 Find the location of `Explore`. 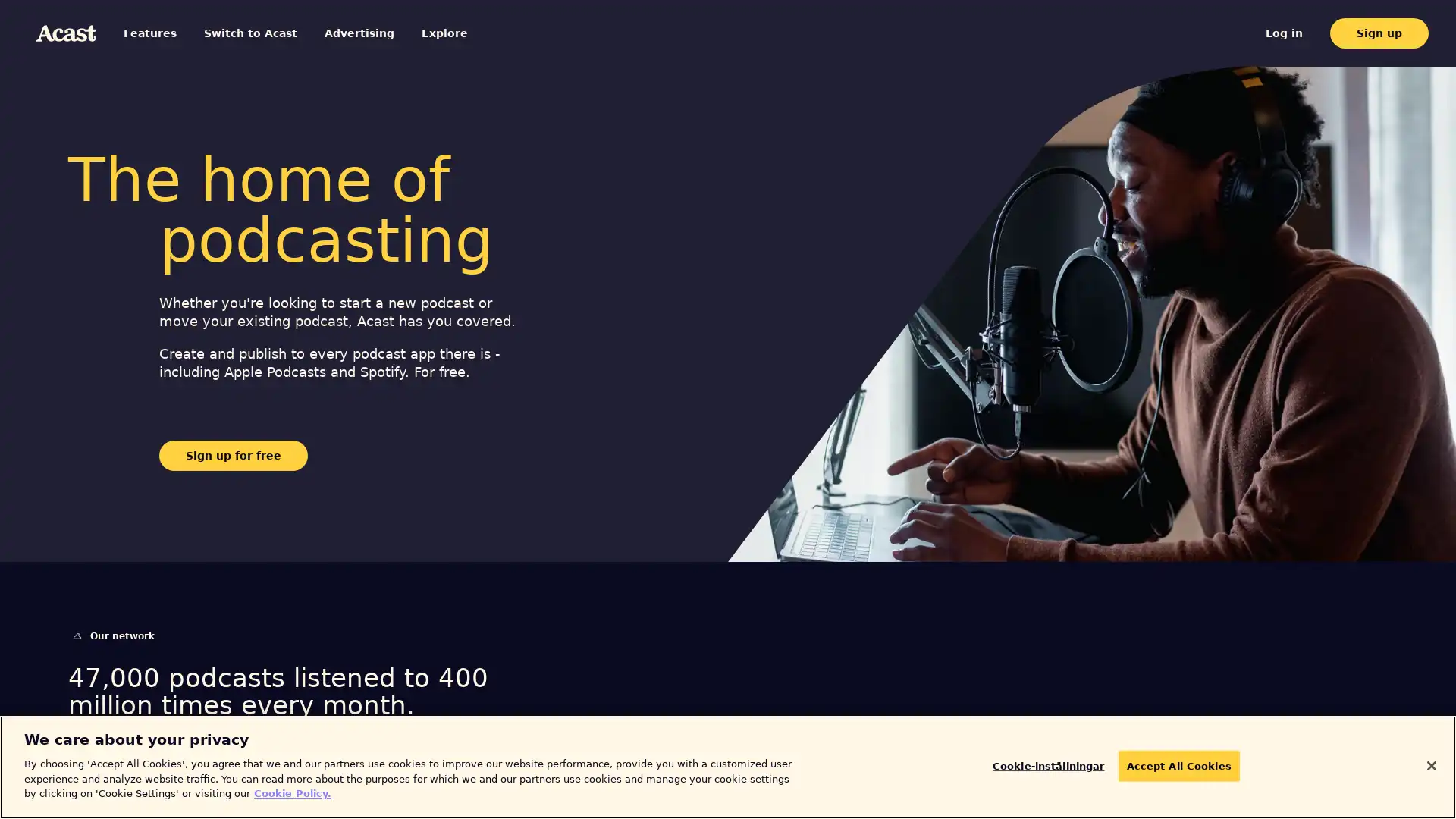

Explore is located at coordinates (403, 33).